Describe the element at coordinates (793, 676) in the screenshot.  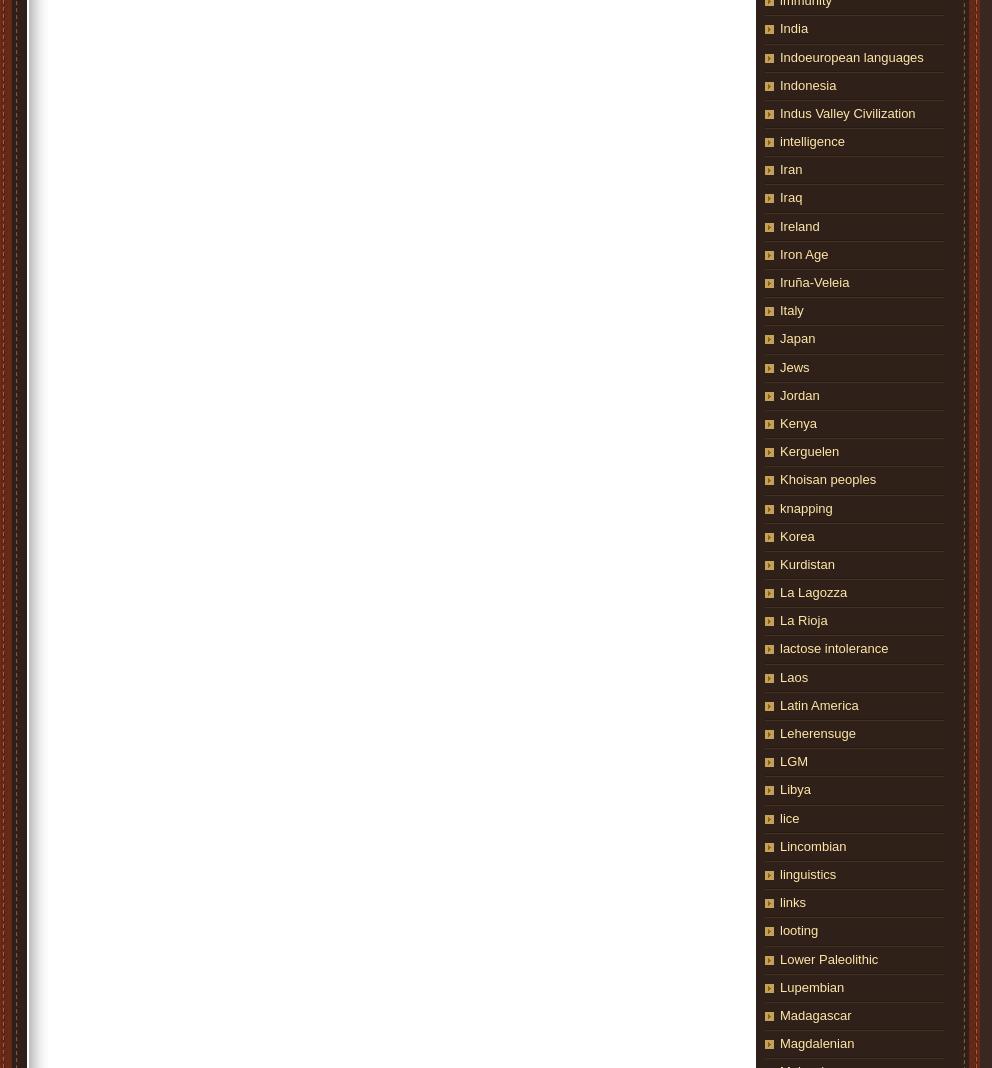
I see `'Laos'` at that location.